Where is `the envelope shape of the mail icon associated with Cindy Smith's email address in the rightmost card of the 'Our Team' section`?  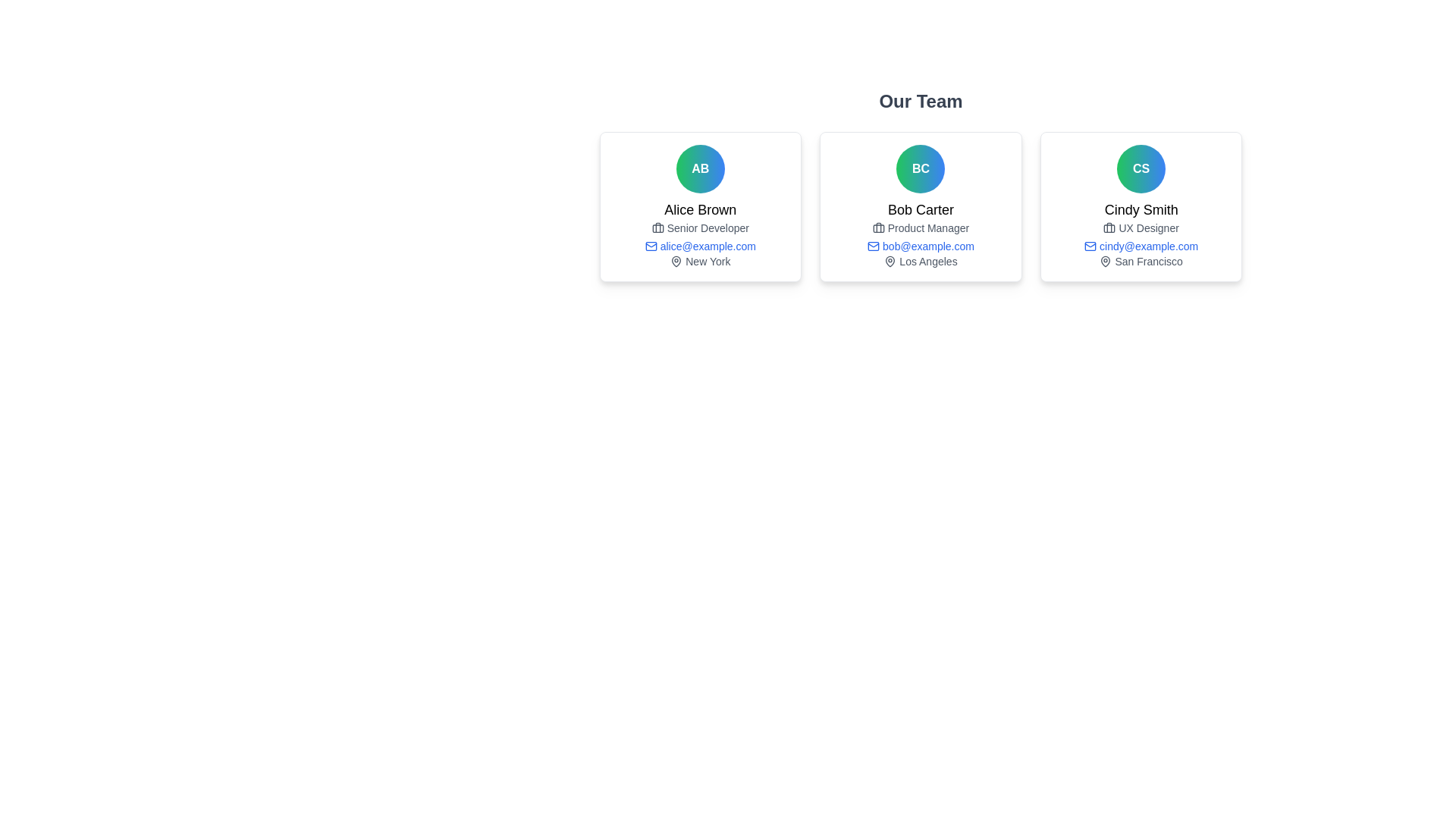 the envelope shape of the mail icon associated with Cindy Smith's email address in the rightmost card of the 'Our Team' section is located at coordinates (1090, 245).